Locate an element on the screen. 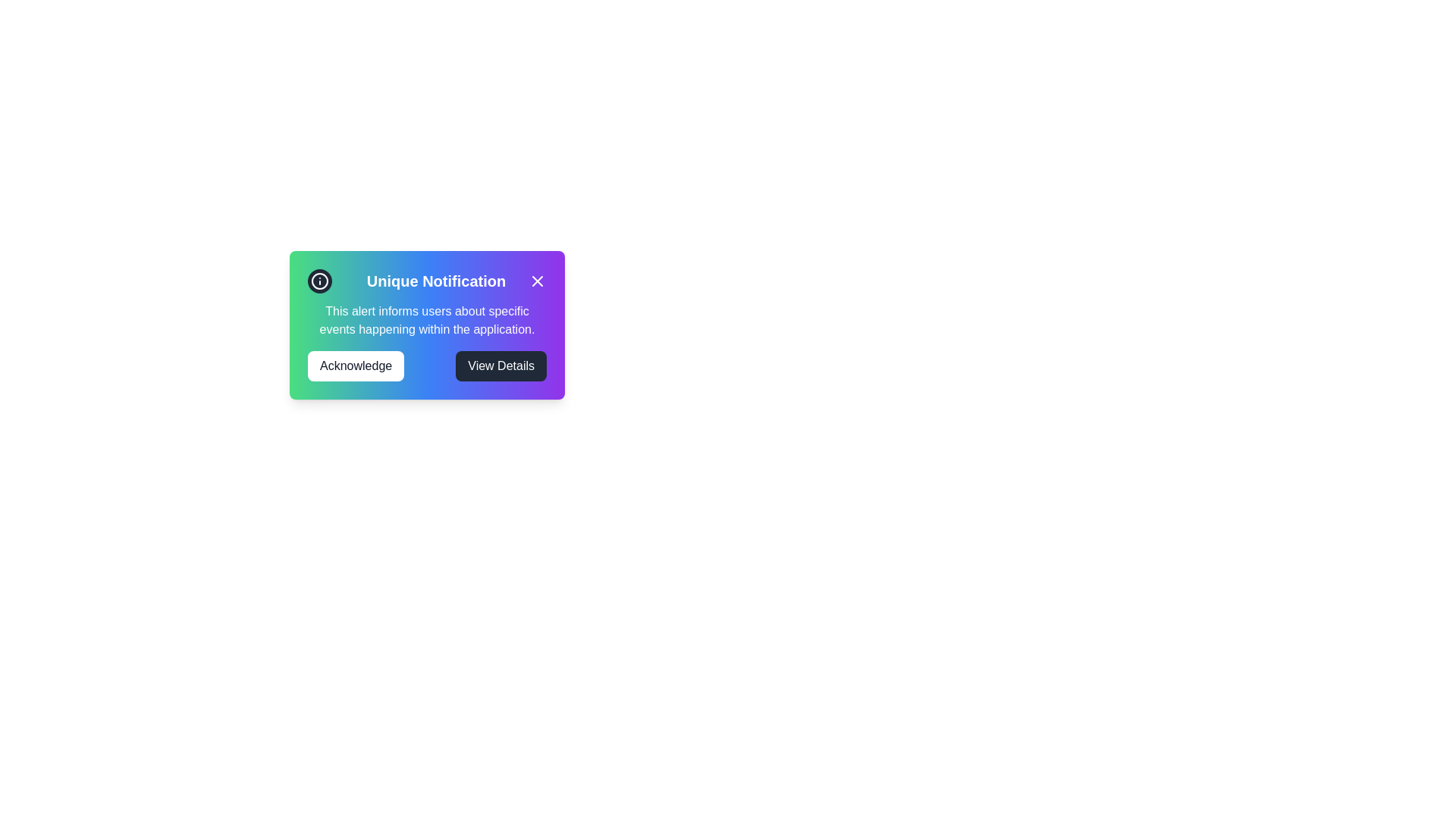 This screenshot has height=819, width=1456. the close button to close the notification is located at coordinates (538, 281).